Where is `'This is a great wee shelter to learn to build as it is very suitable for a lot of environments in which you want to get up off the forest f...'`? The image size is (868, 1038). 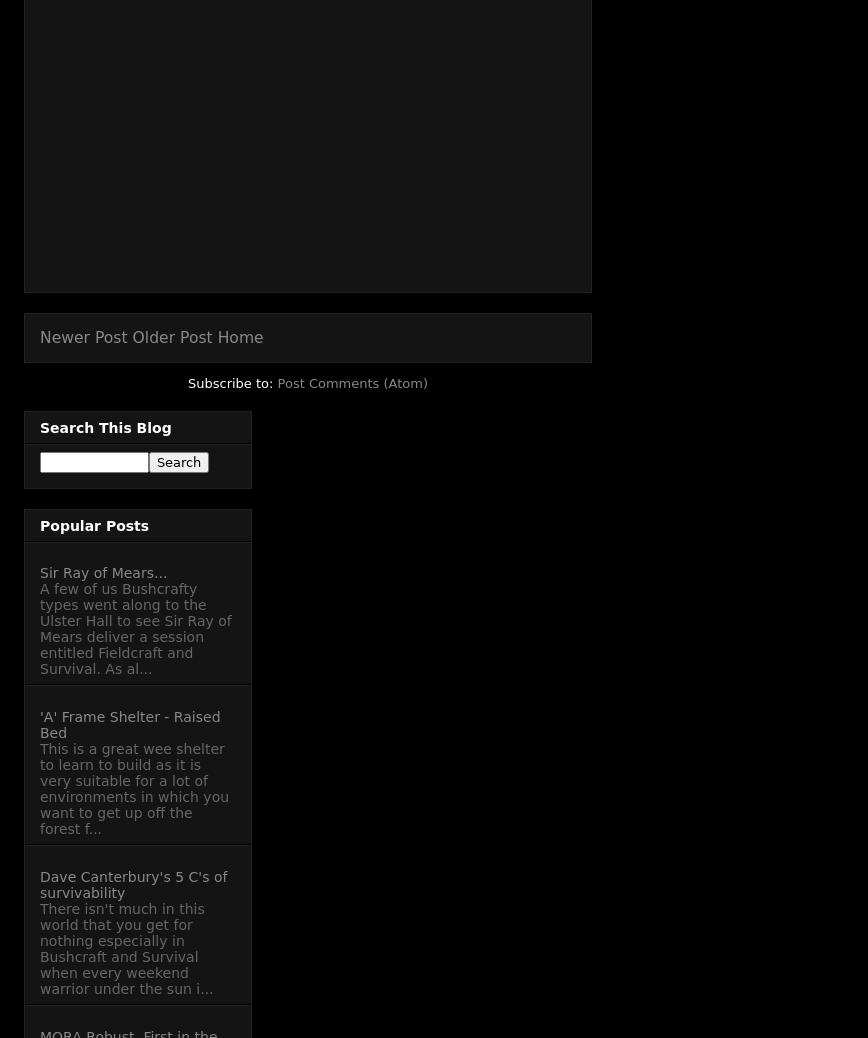
'This is a great wee shelter to learn to build as it is very suitable for a lot of environments in which you want to get up off the forest f...' is located at coordinates (134, 788).